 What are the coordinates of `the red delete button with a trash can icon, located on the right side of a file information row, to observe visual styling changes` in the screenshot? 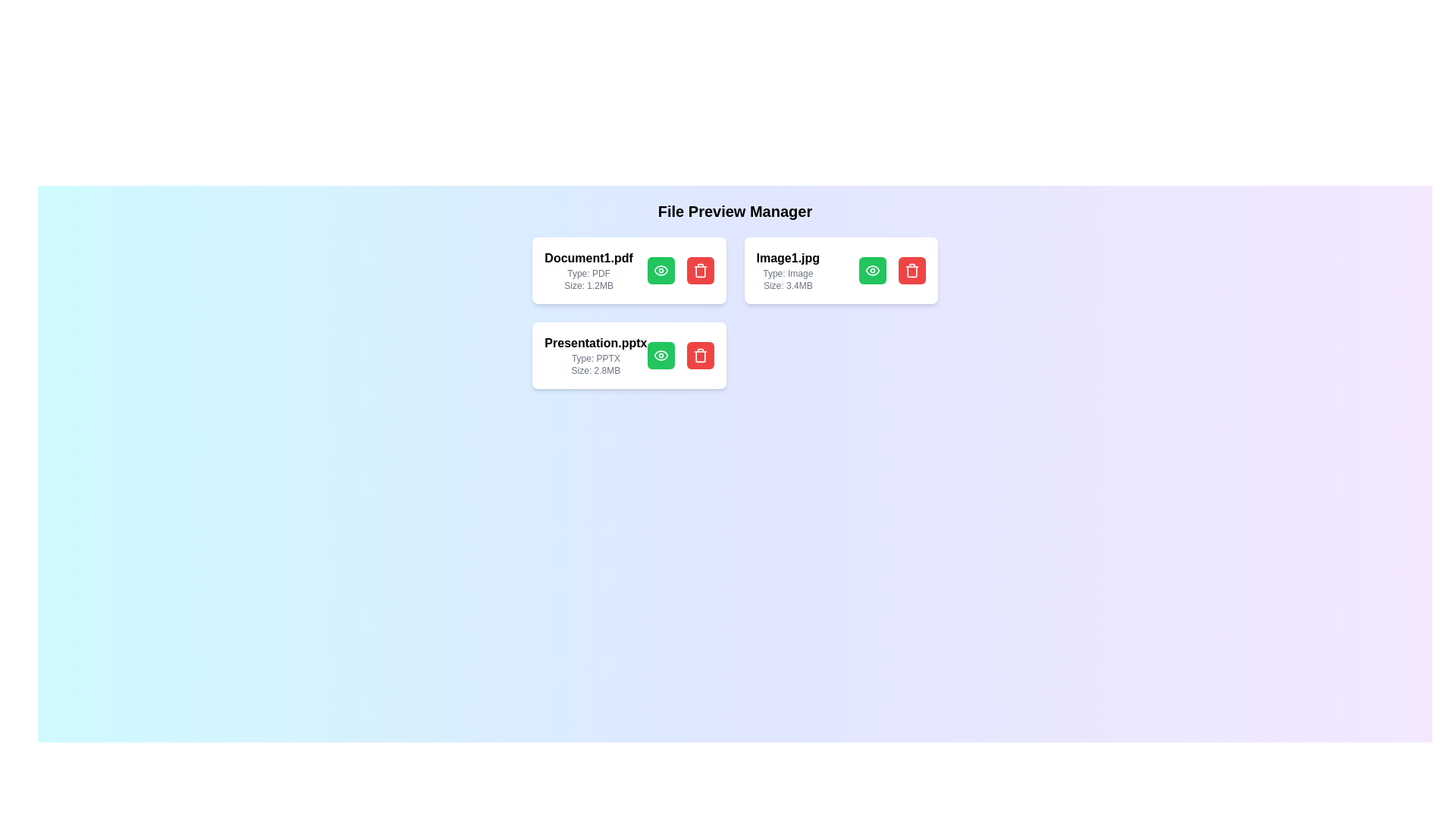 It's located at (699, 356).